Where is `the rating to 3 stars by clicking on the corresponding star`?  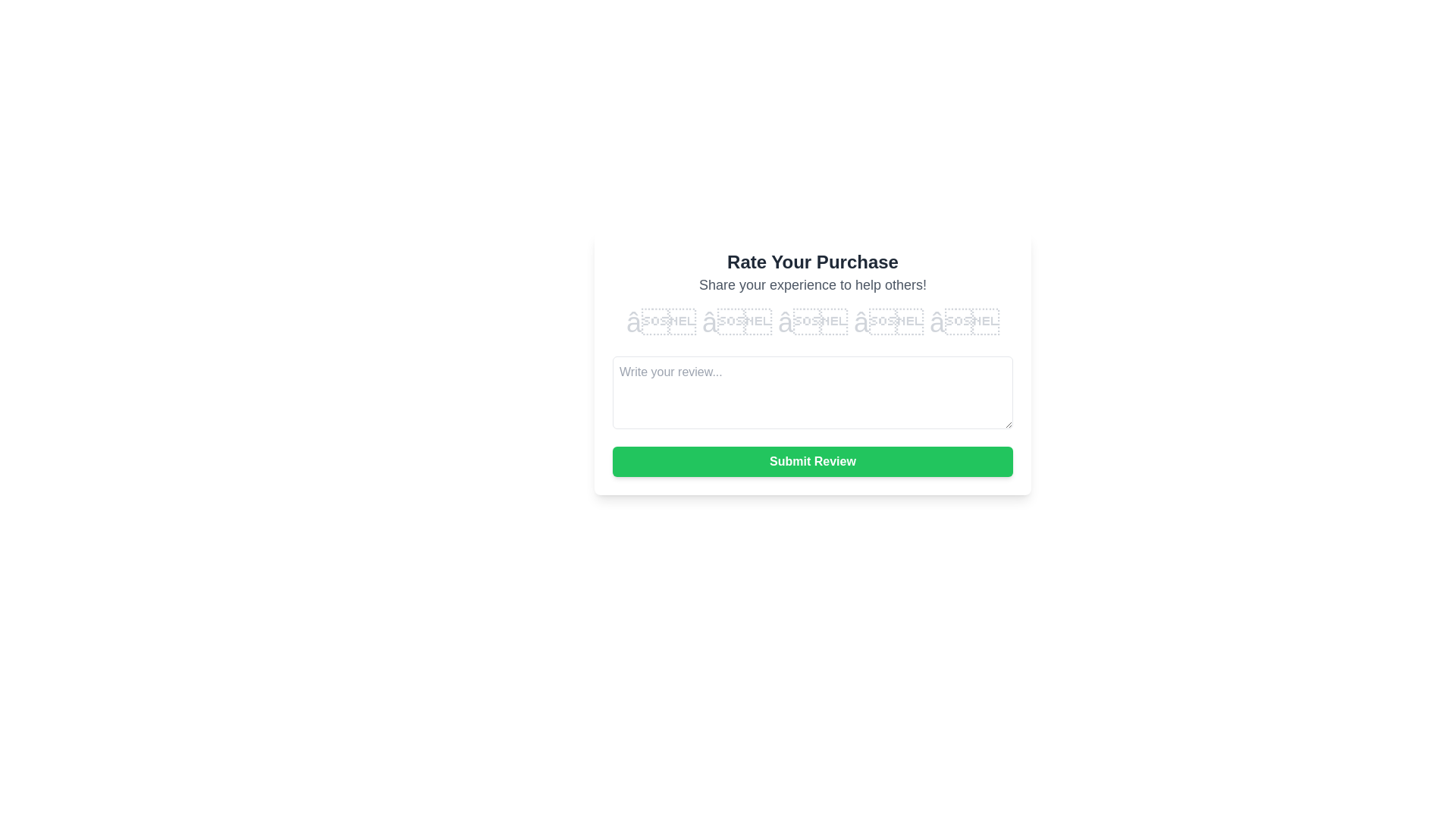
the rating to 3 stars by clicking on the corresponding star is located at coordinates (811, 322).